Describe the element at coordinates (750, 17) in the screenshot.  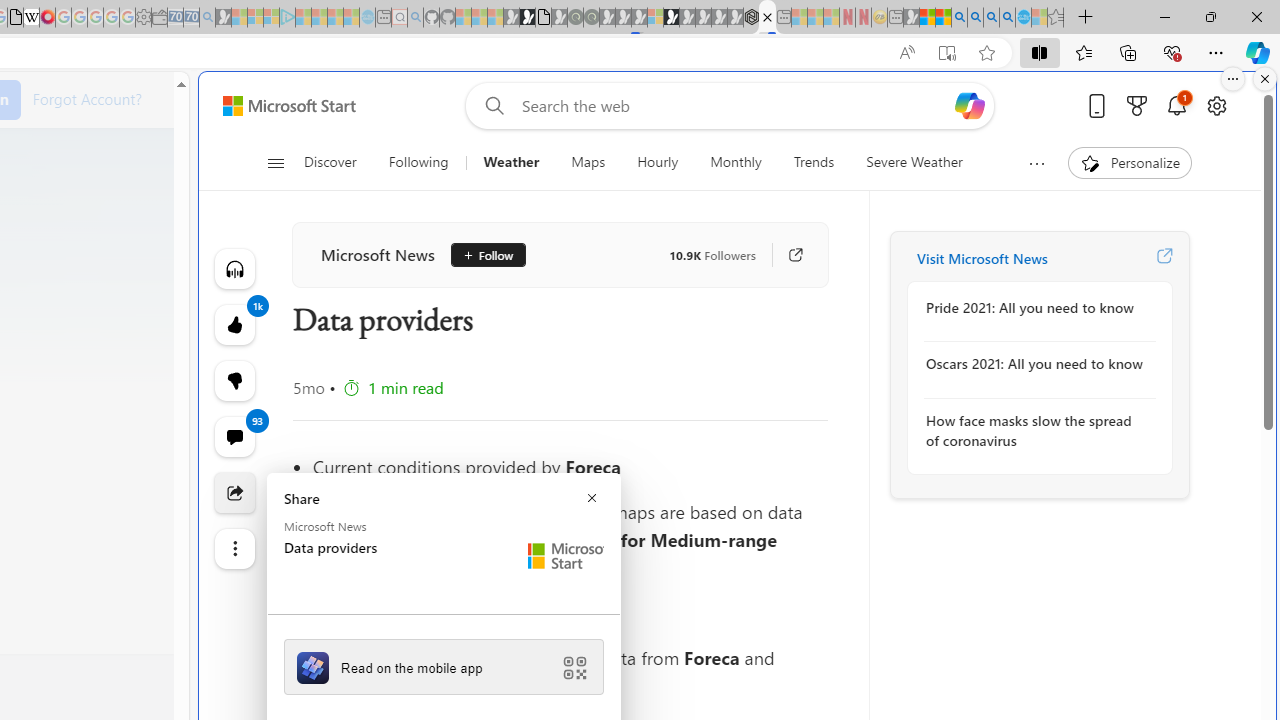
I see `'Nordace - Cooler Bags'` at that location.